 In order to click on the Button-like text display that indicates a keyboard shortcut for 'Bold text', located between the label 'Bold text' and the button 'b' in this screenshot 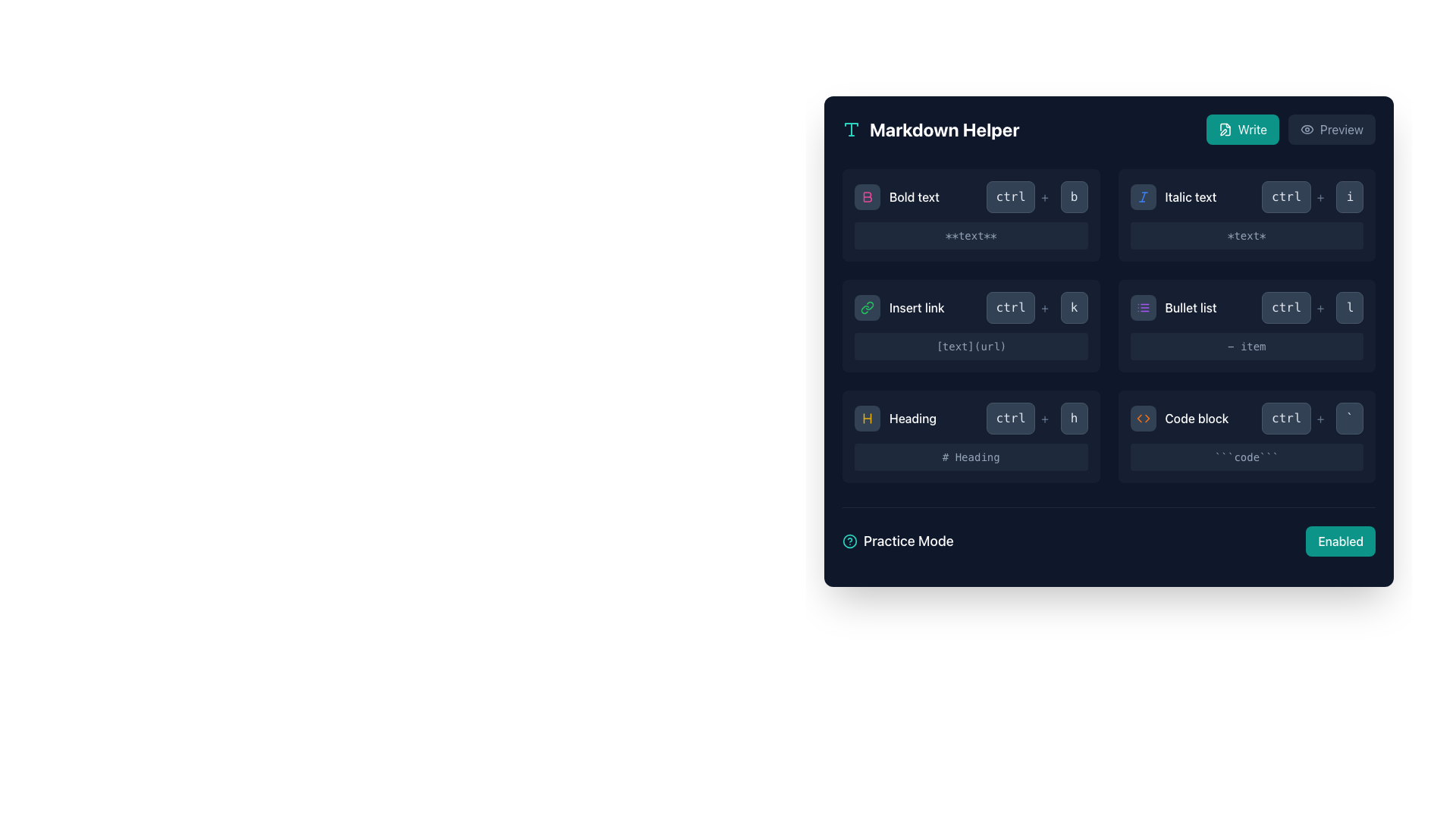, I will do `click(1010, 196)`.